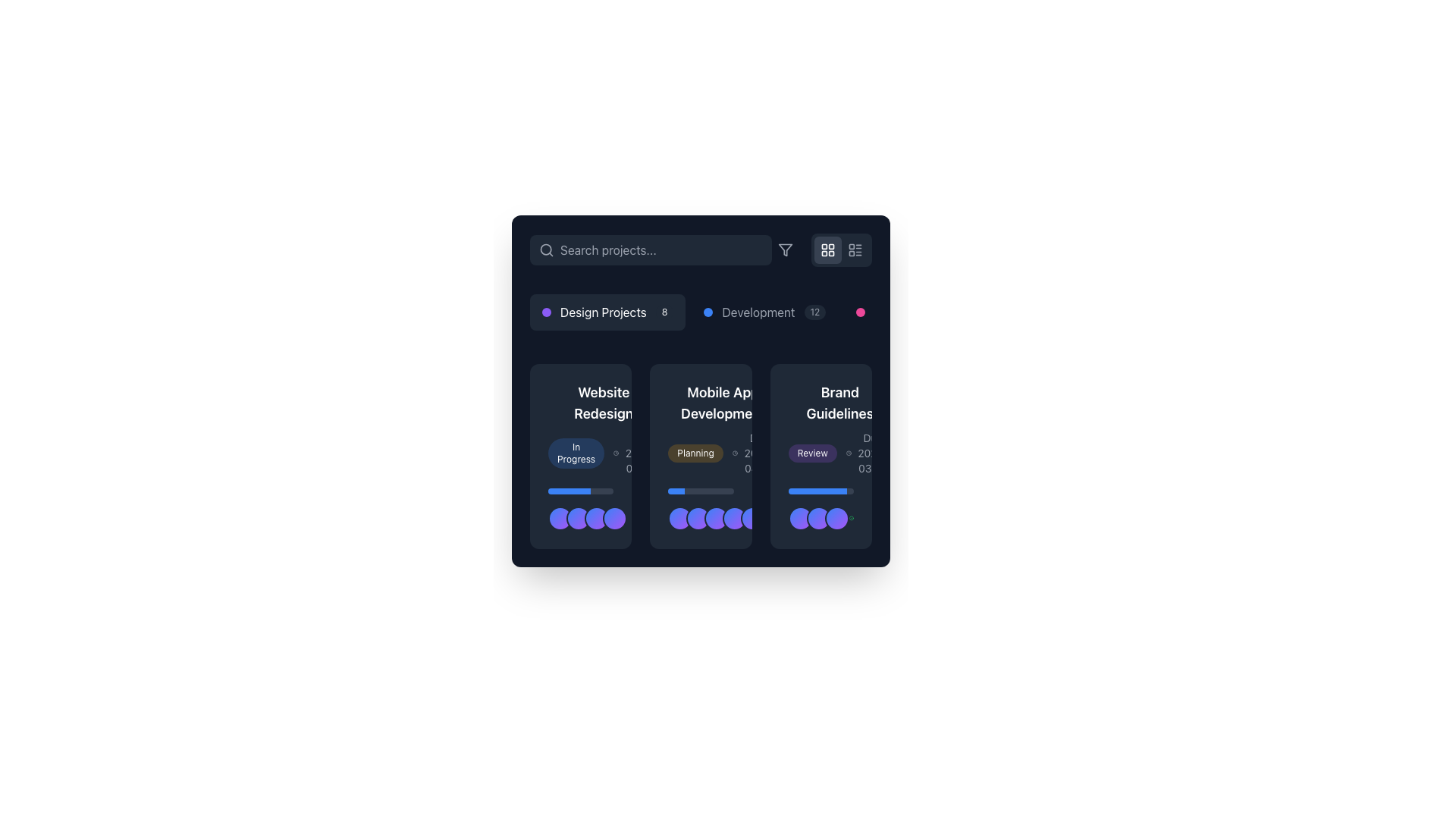  What do you see at coordinates (814, 312) in the screenshot?
I see `the pill-shaped badge displaying the number '12', which is positioned adjacent to the 'Development' label in the upper section of the interface` at bounding box center [814, 312].